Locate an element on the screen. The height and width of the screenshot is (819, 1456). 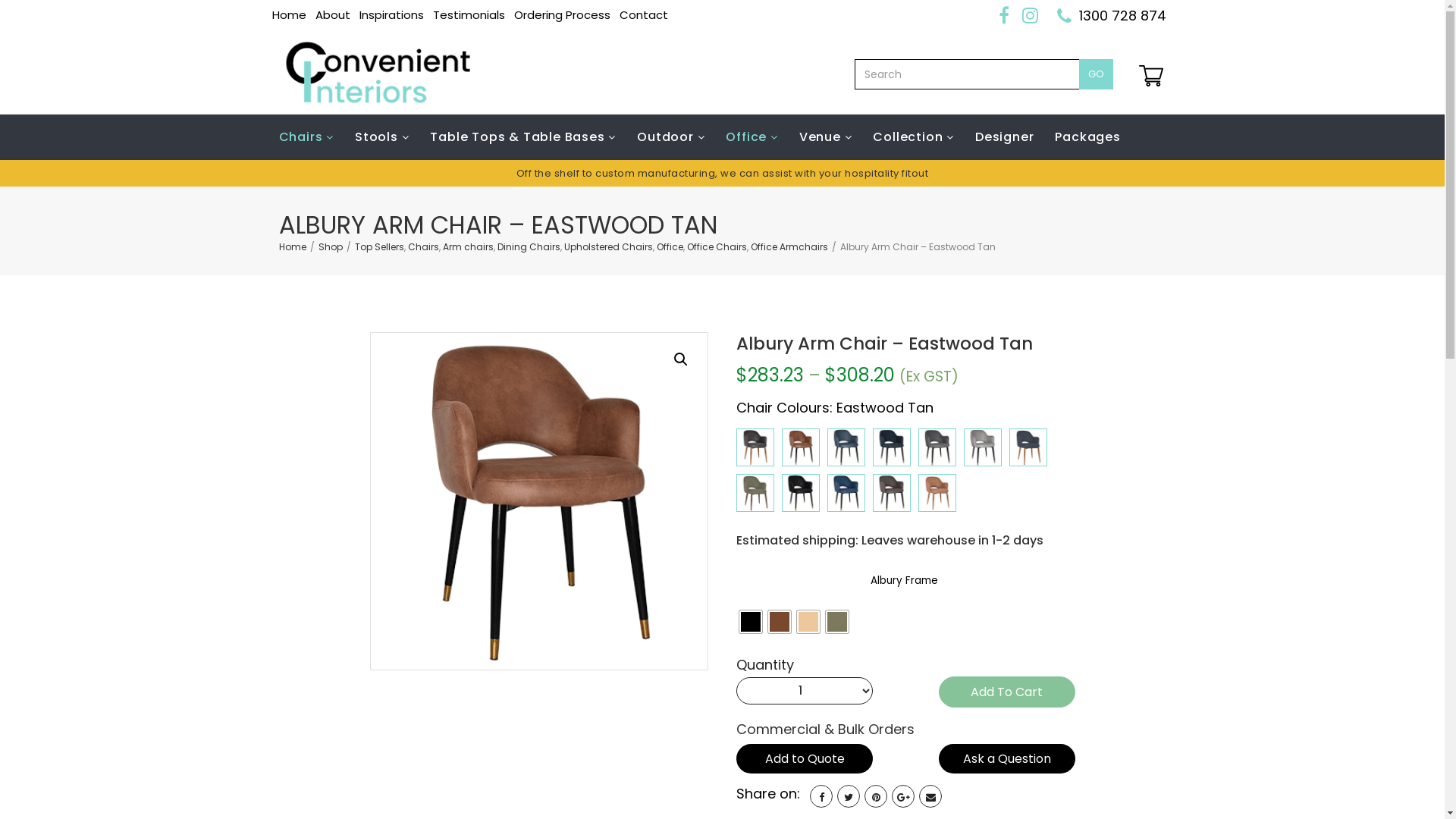
'Arm chairs' is located at coordinates (442, 246).